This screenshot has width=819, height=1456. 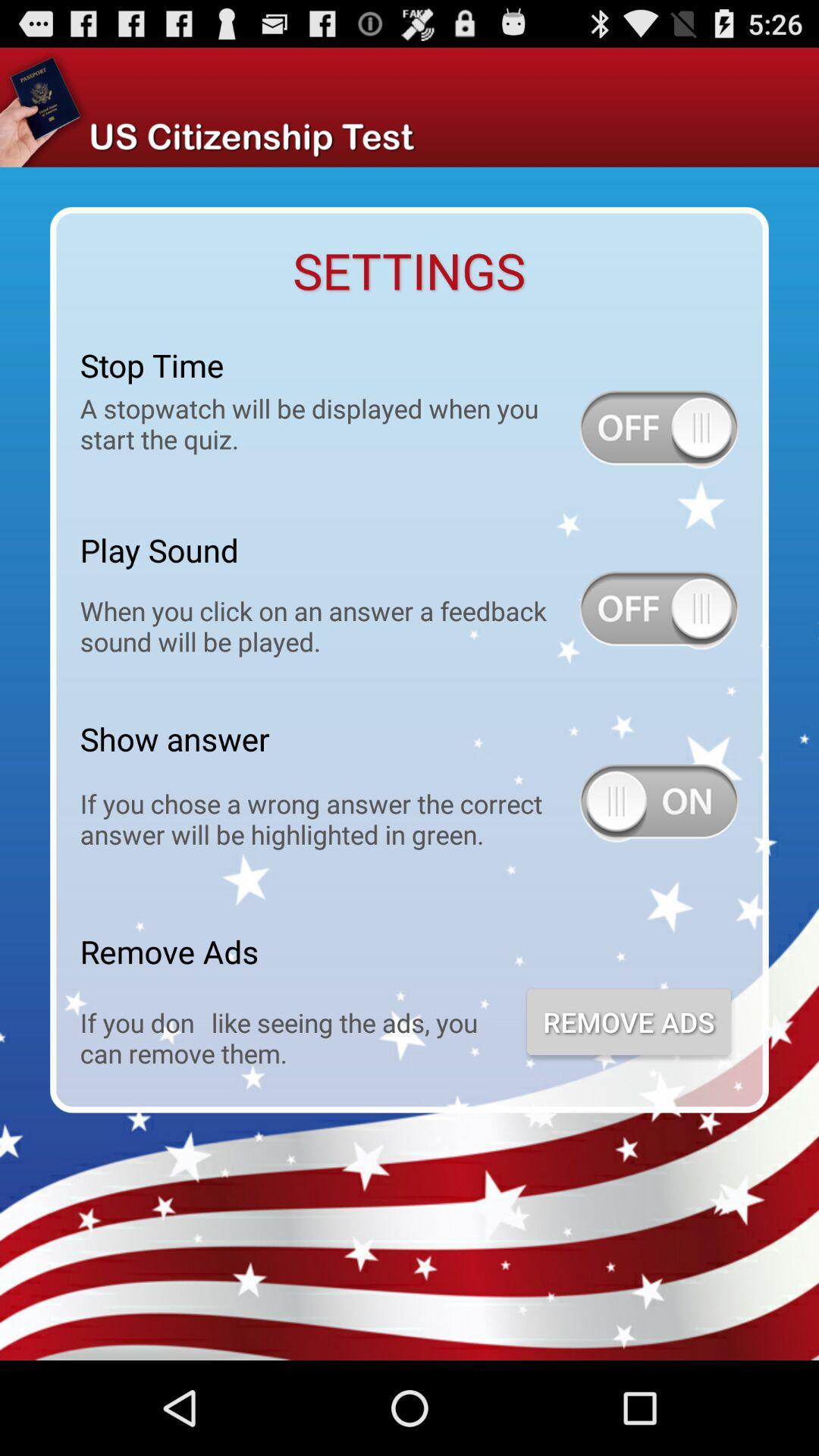 I want to click on stopwatch display, so click(x=658, y=428).